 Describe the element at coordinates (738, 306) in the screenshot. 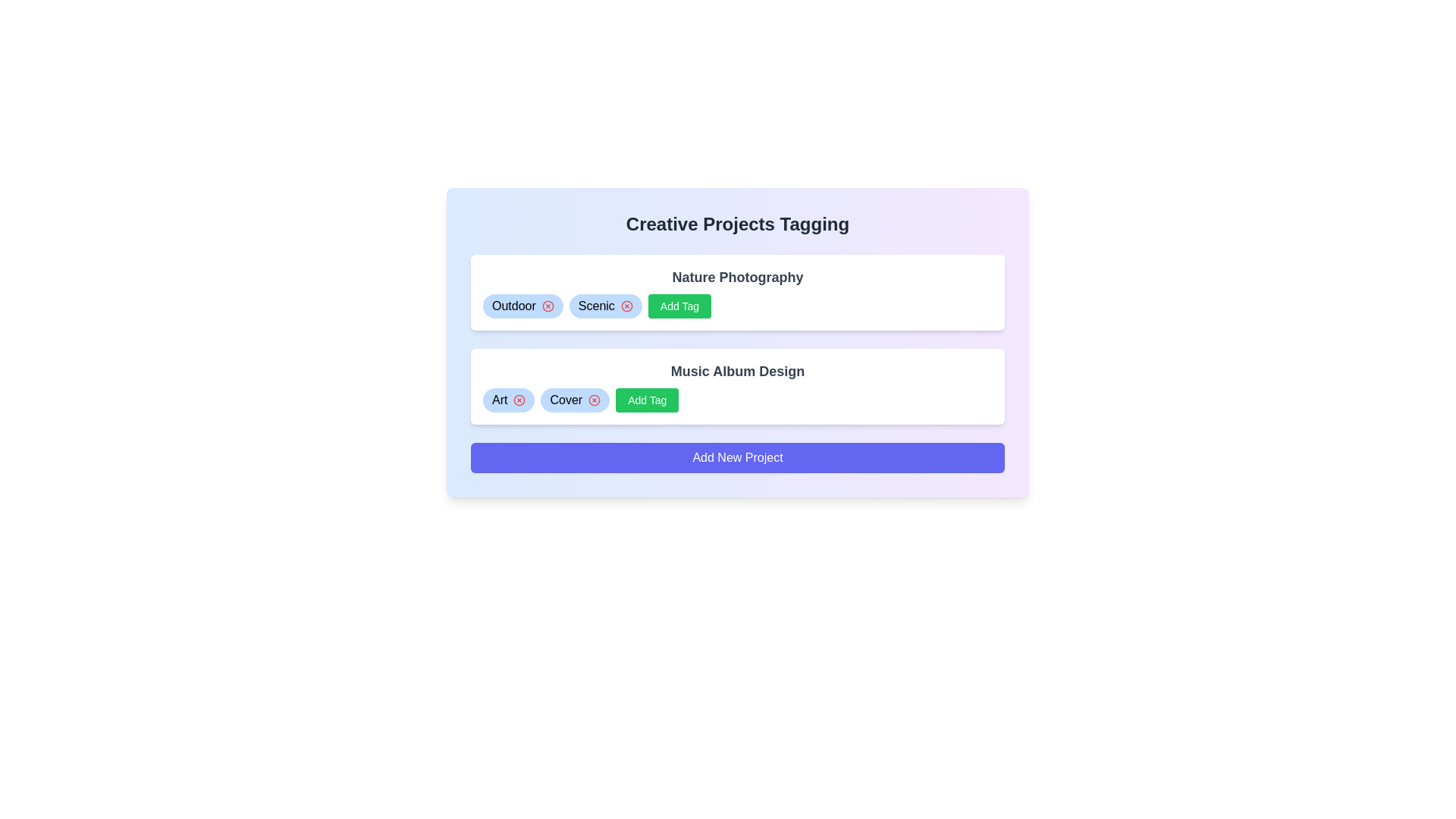

I see `the interactive tags within the tag management interface of the 'Nature Photography' section` at that location.